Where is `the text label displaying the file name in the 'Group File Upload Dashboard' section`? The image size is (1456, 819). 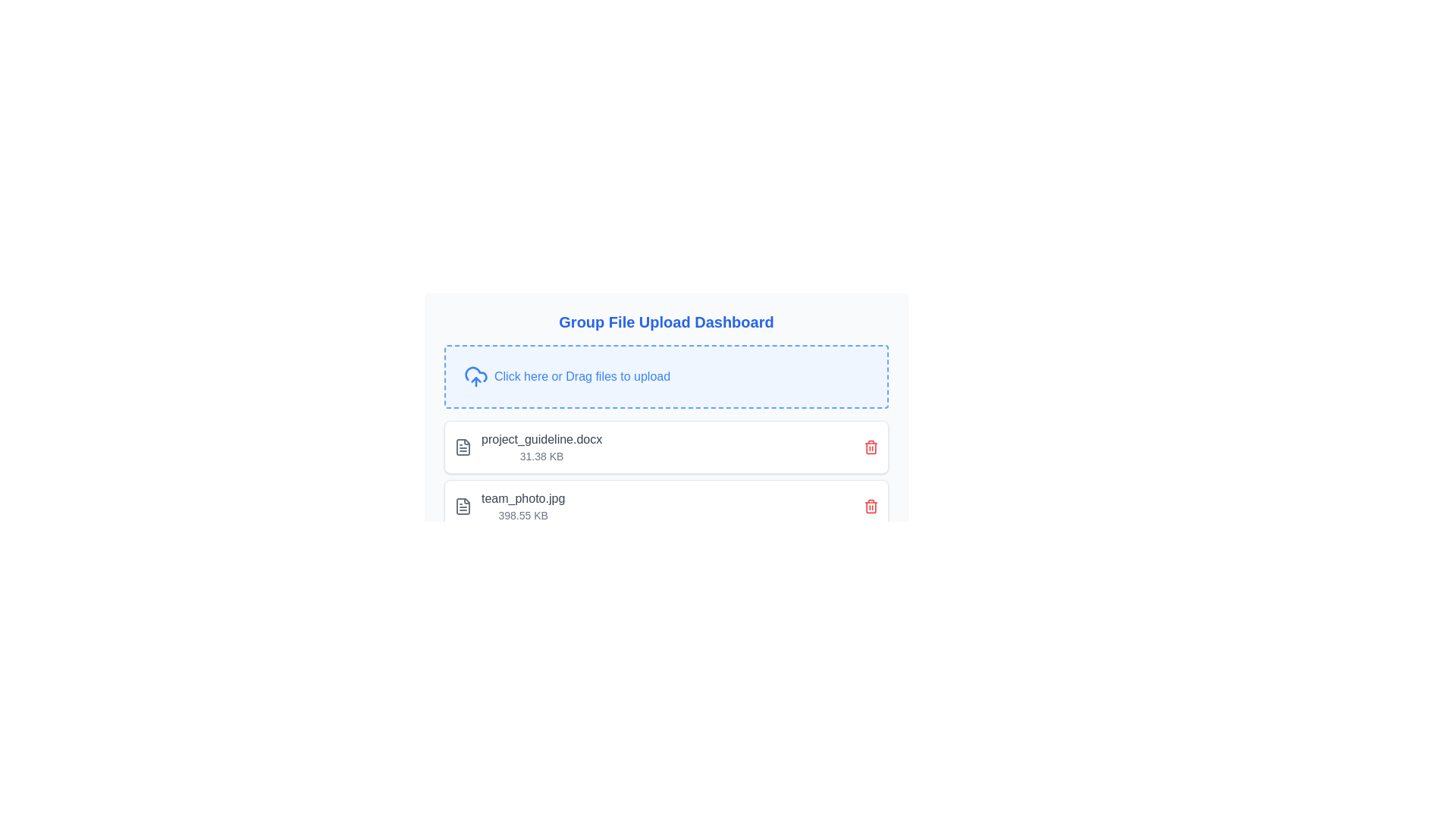 the text label displaying the file name in the 'Group File Upload Dashboard' section is located at coordinates (523, 499).